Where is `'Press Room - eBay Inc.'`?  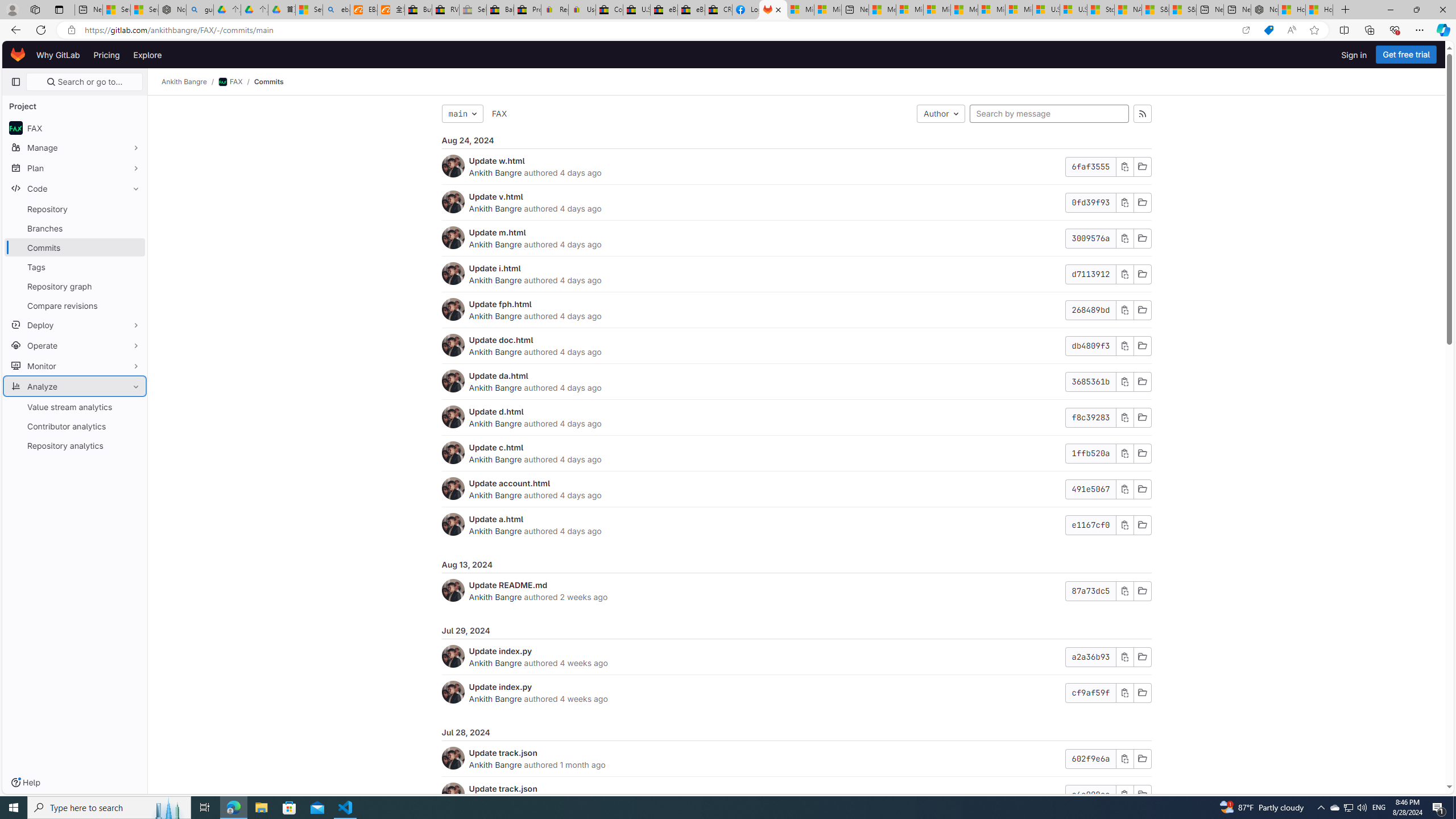 'Press Room - eBay Inc.' is located at coordinates (528, 9).